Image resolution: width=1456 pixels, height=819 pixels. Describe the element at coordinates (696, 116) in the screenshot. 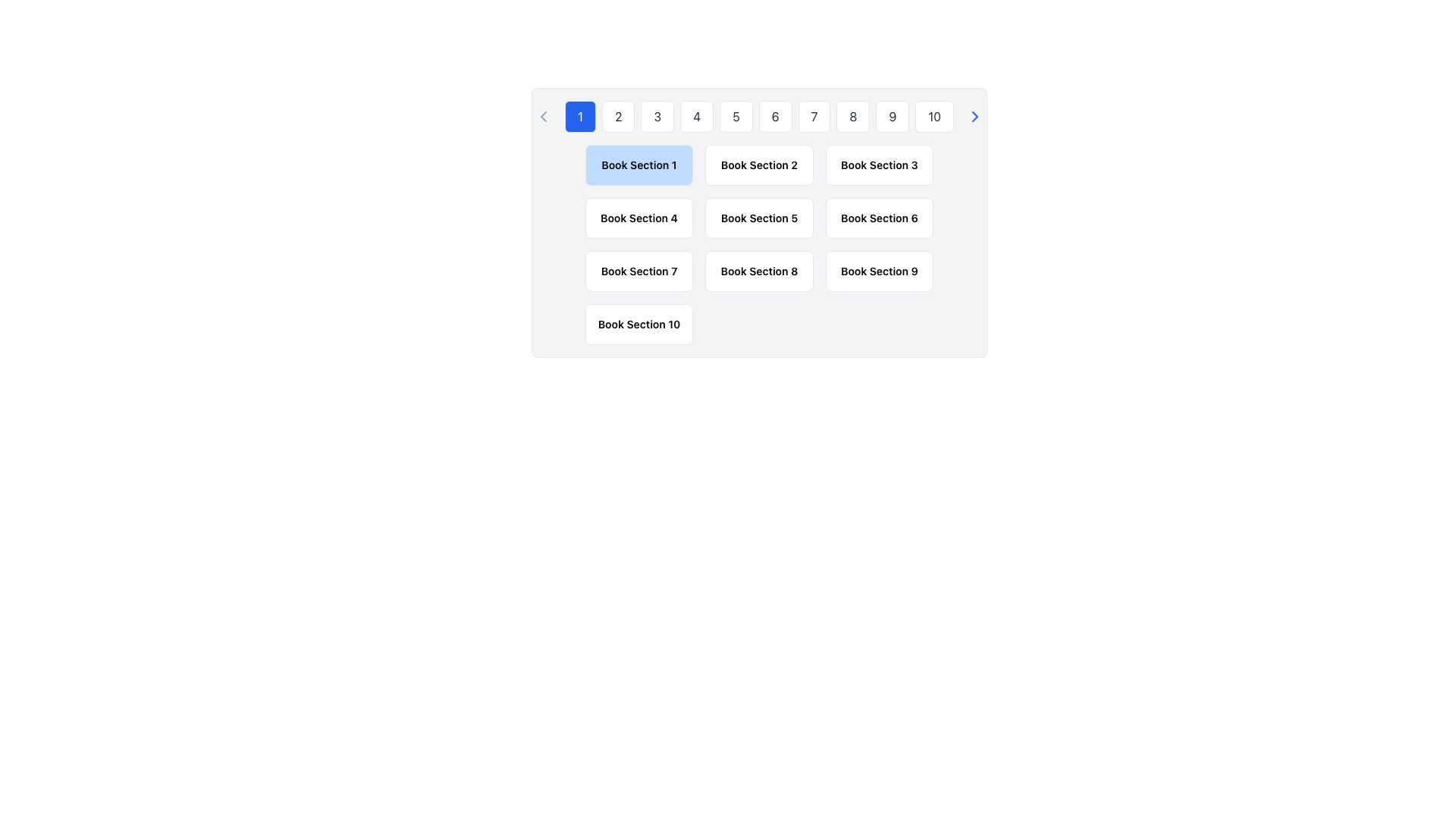

I see `the fourth navigation button that allows users to jump to the fourth page or section of content, changing its background color` at that location.